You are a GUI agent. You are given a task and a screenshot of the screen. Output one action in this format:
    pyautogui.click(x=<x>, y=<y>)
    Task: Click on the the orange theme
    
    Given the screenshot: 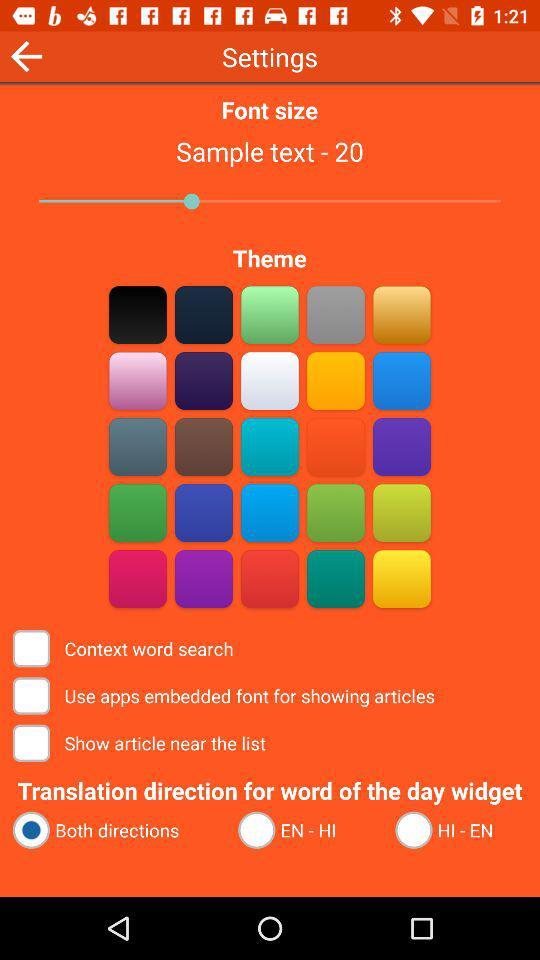 What is the action you would take?
    pyautogui.click(x=335, y=446)
    